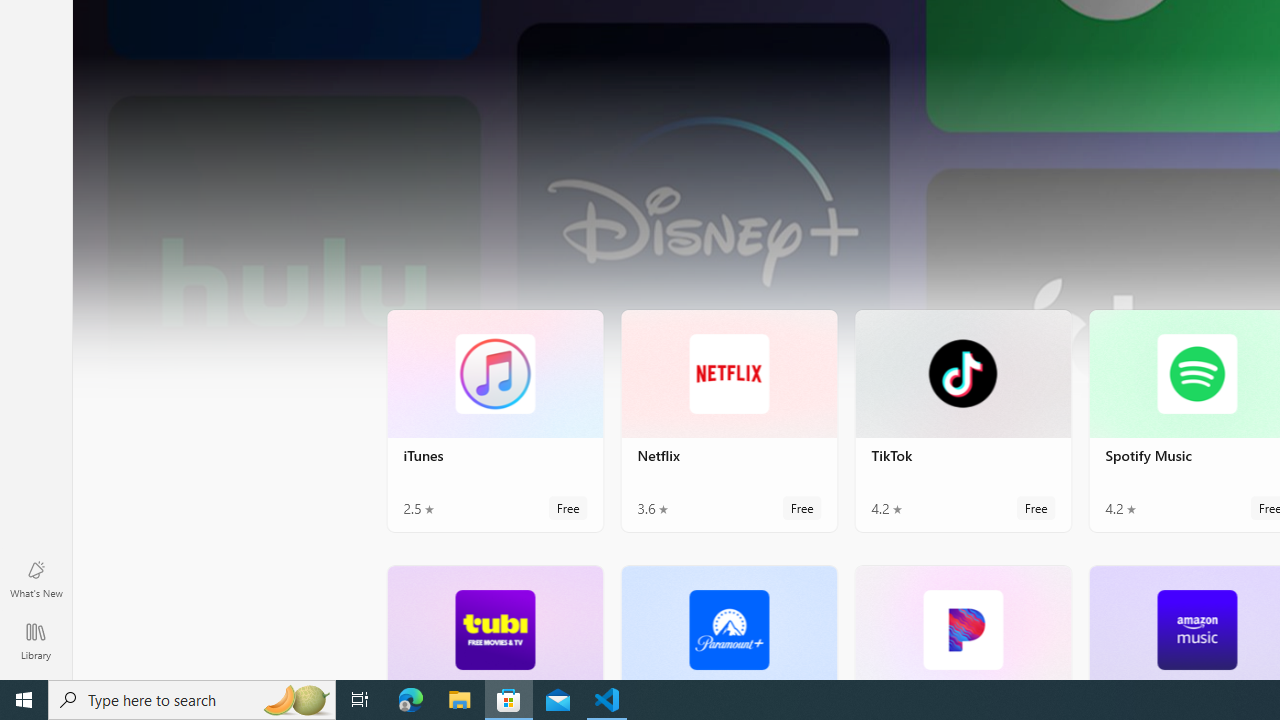 This screenshot has width=1280, height=720. What do you see at coordinates (727, 621) in the screenshot?
I see `'Paramount+. Average rating of 4.1 out of five stars. Free  '` at bounding box center [727, 621].